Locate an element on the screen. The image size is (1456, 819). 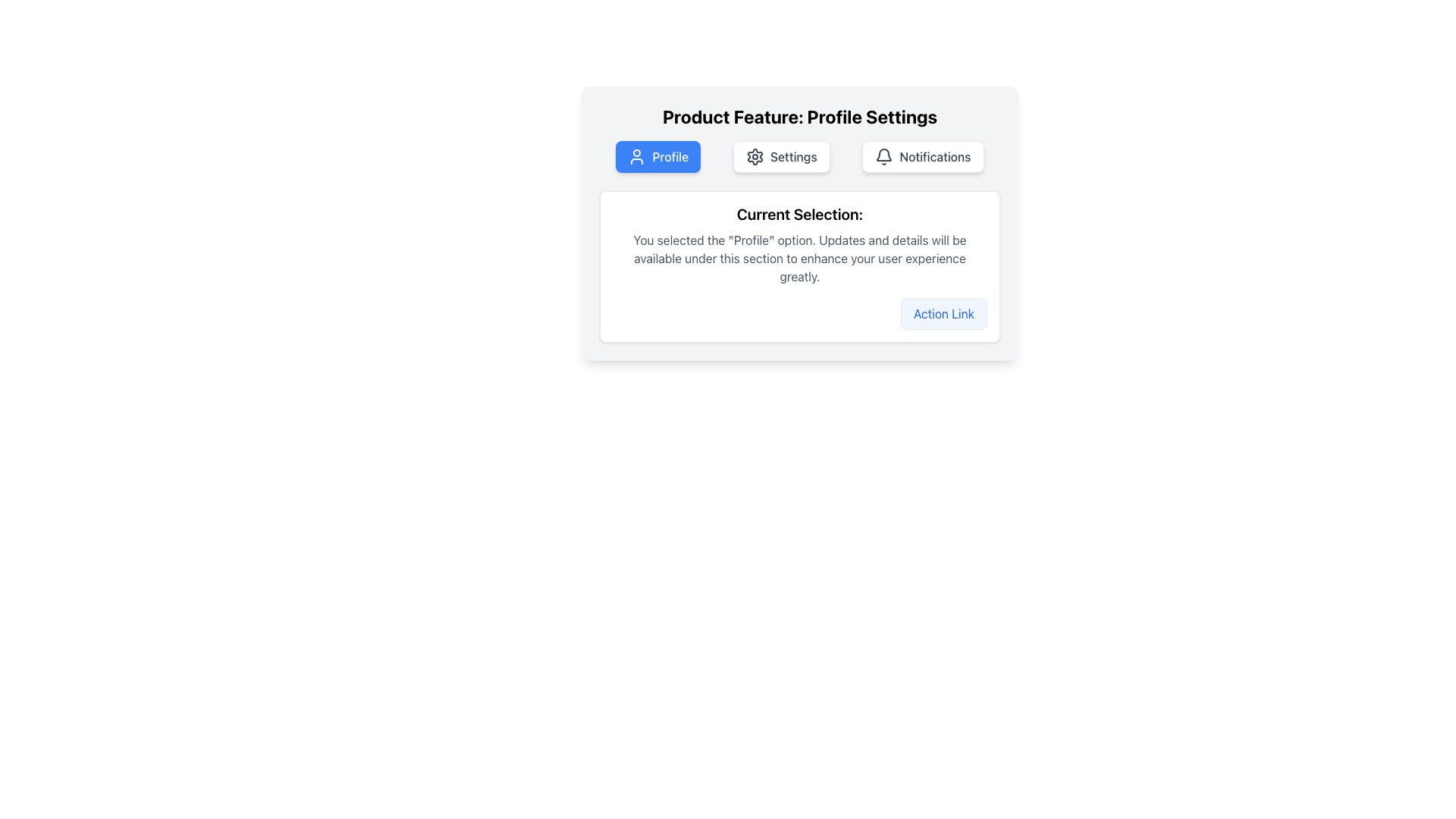
the notification icon located in the top-right section of the interface is located at coordinates (884, 155).